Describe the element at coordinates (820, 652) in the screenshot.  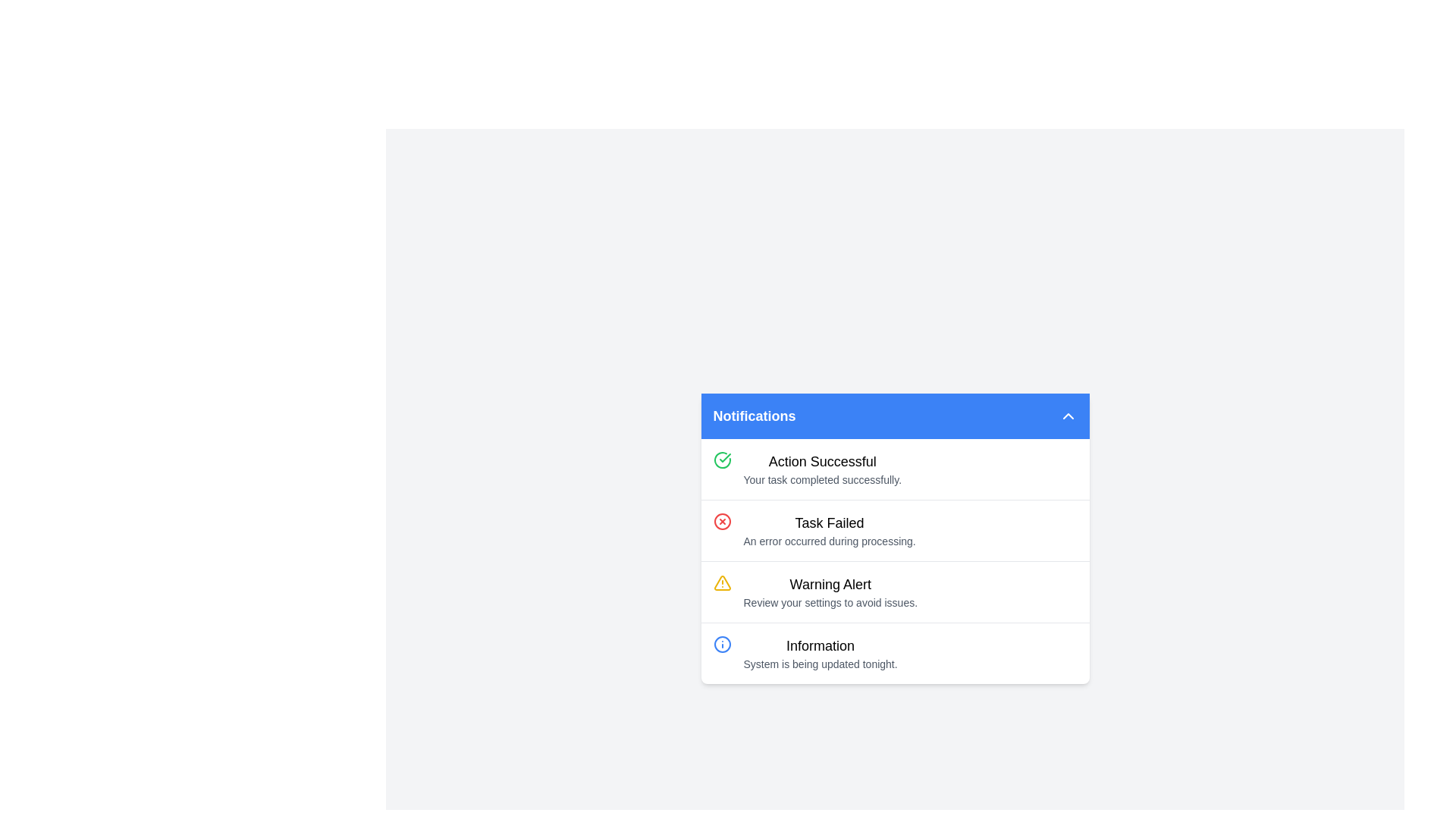
I see `information conveyed in the text block labeled 'Information' that contains a header in bold black text and a subtext in smaller grey font, located in the bottom-most row of the notifications card` at that location.